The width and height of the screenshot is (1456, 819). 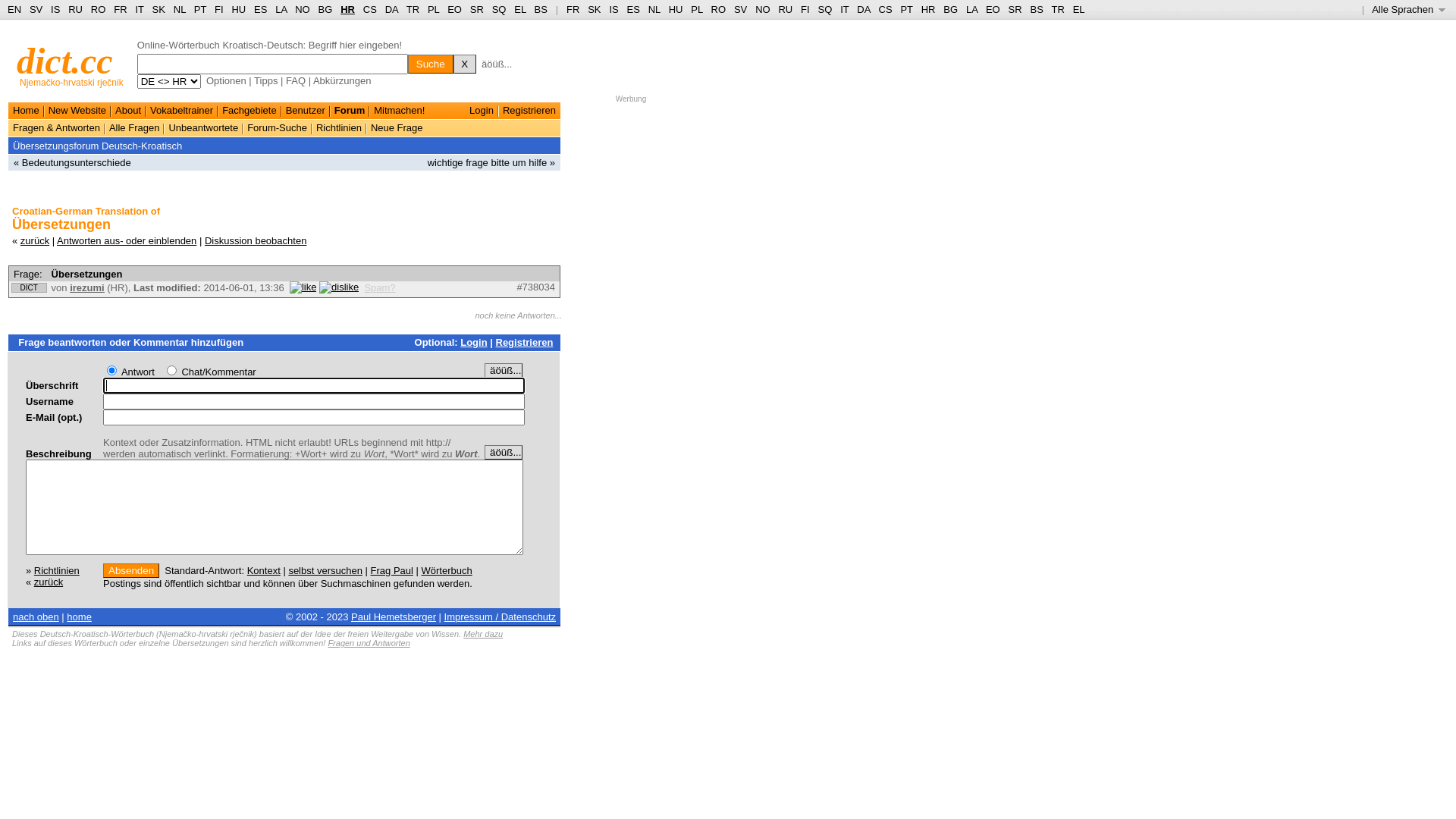 What do you see at coordinates (295, 80) in the screenshot?
I see `'FAQ'` at bounding box center [295, 80].